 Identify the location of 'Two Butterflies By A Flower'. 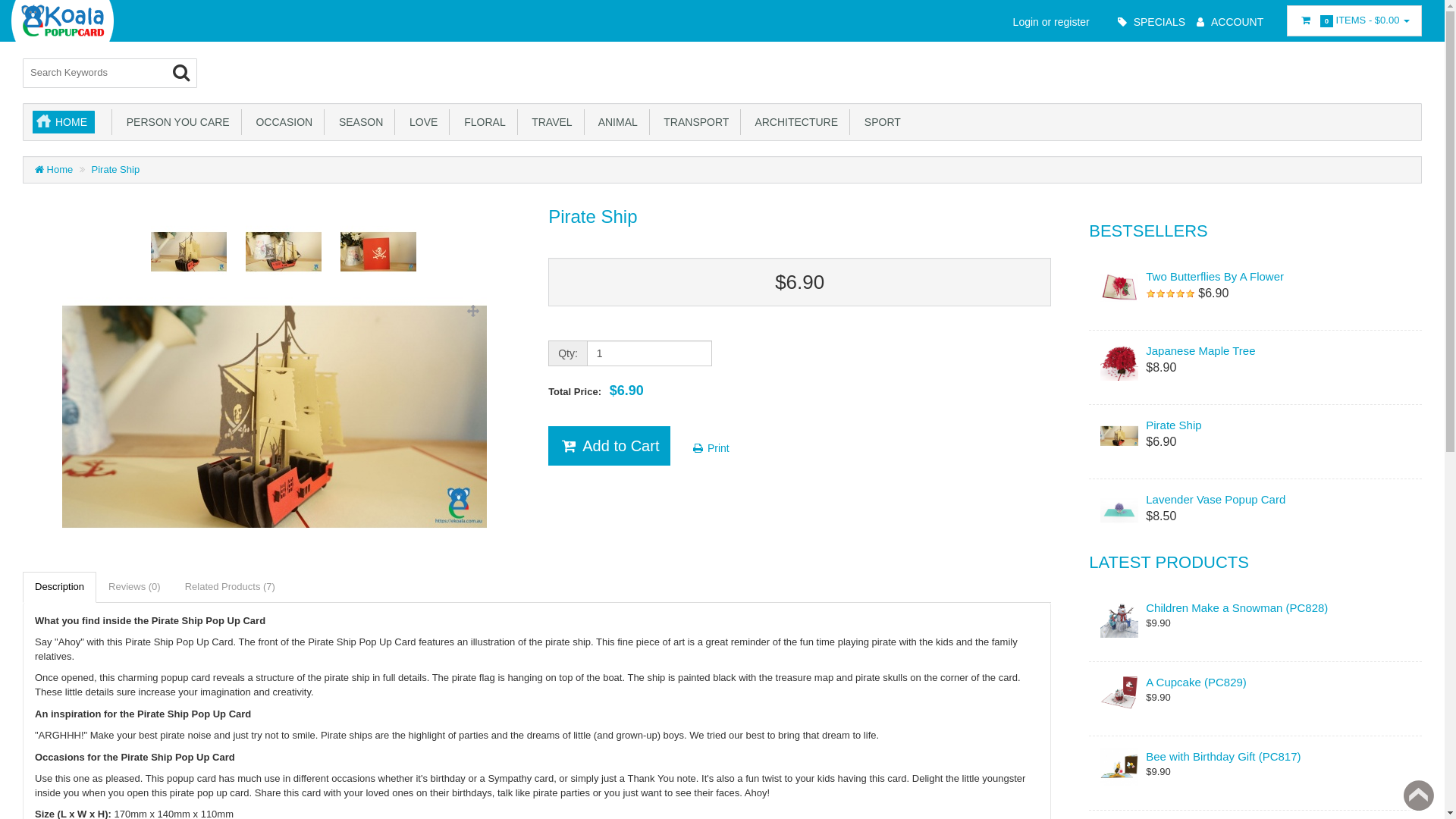
(1255, 276).